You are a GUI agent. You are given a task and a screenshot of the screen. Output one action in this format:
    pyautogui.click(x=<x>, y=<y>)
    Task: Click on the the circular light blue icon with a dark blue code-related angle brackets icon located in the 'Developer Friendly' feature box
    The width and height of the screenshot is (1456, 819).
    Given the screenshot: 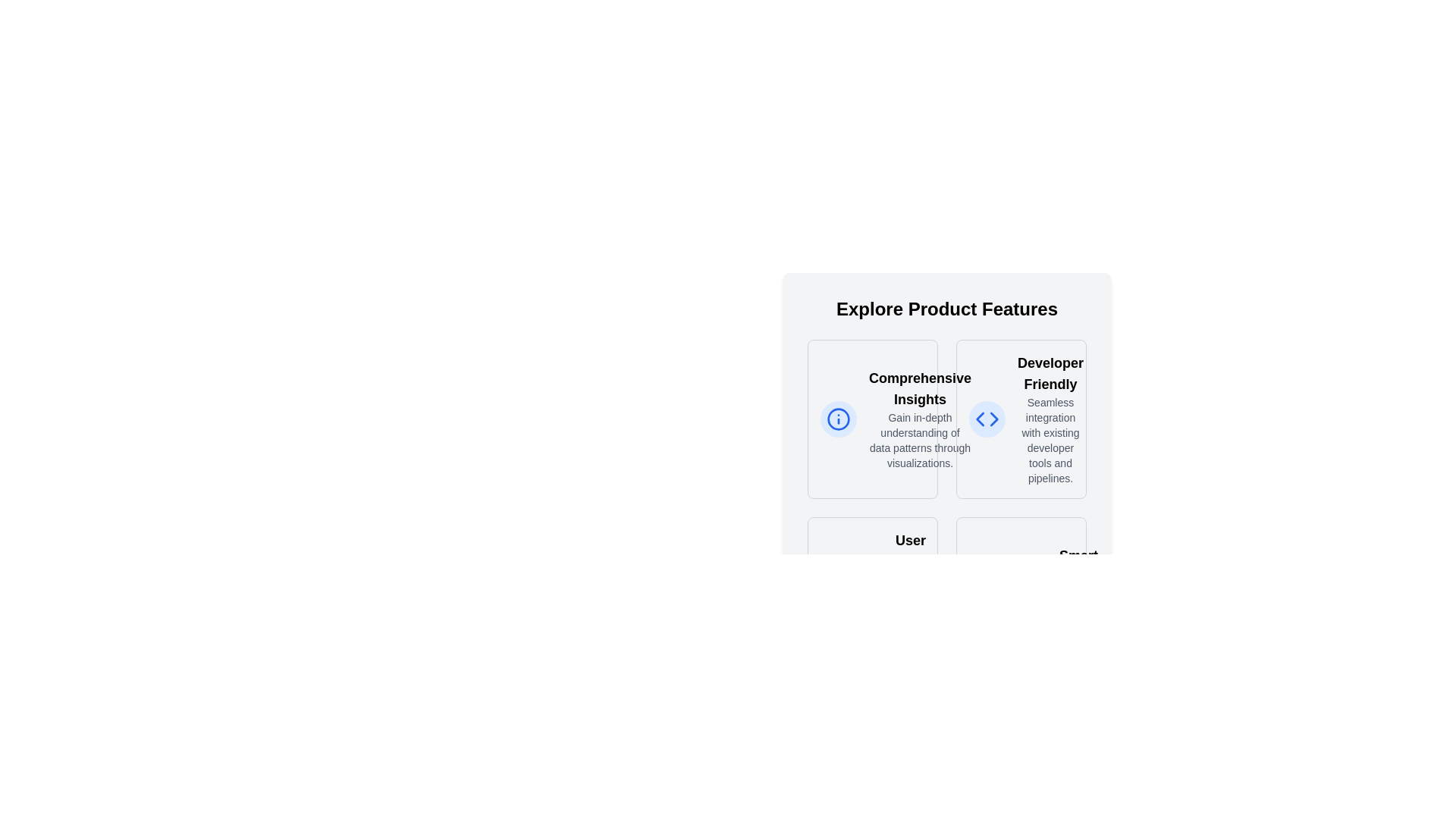 What is the action you would take?
    pyautogui.click(x=987, y=419)
    